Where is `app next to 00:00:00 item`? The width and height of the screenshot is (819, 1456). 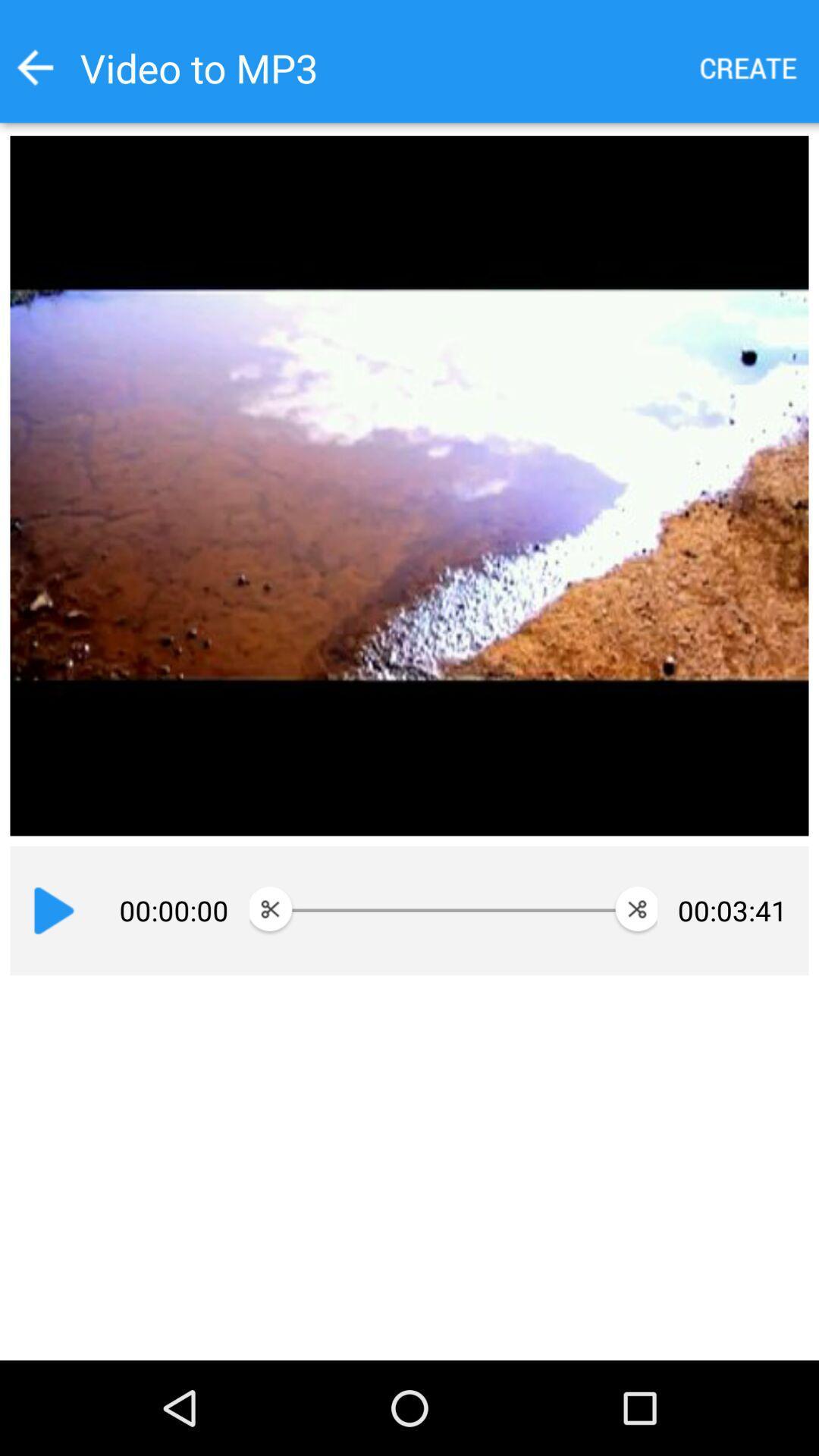
app next to 00:00:00 item is located at coordinates (53, 910).